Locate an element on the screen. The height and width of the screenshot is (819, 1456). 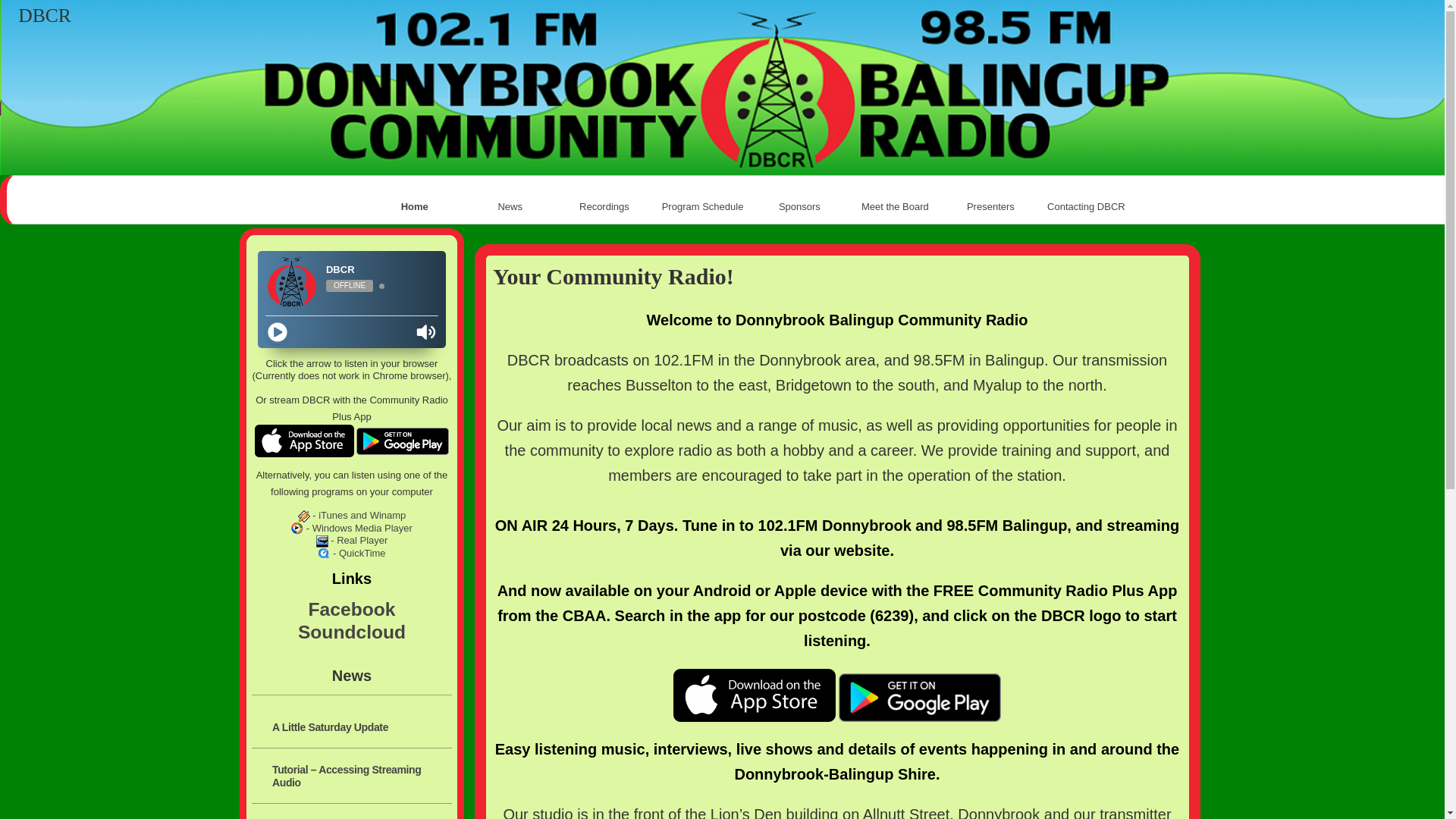
'Contacting DBCR' is located at coordinates (1084, 207).